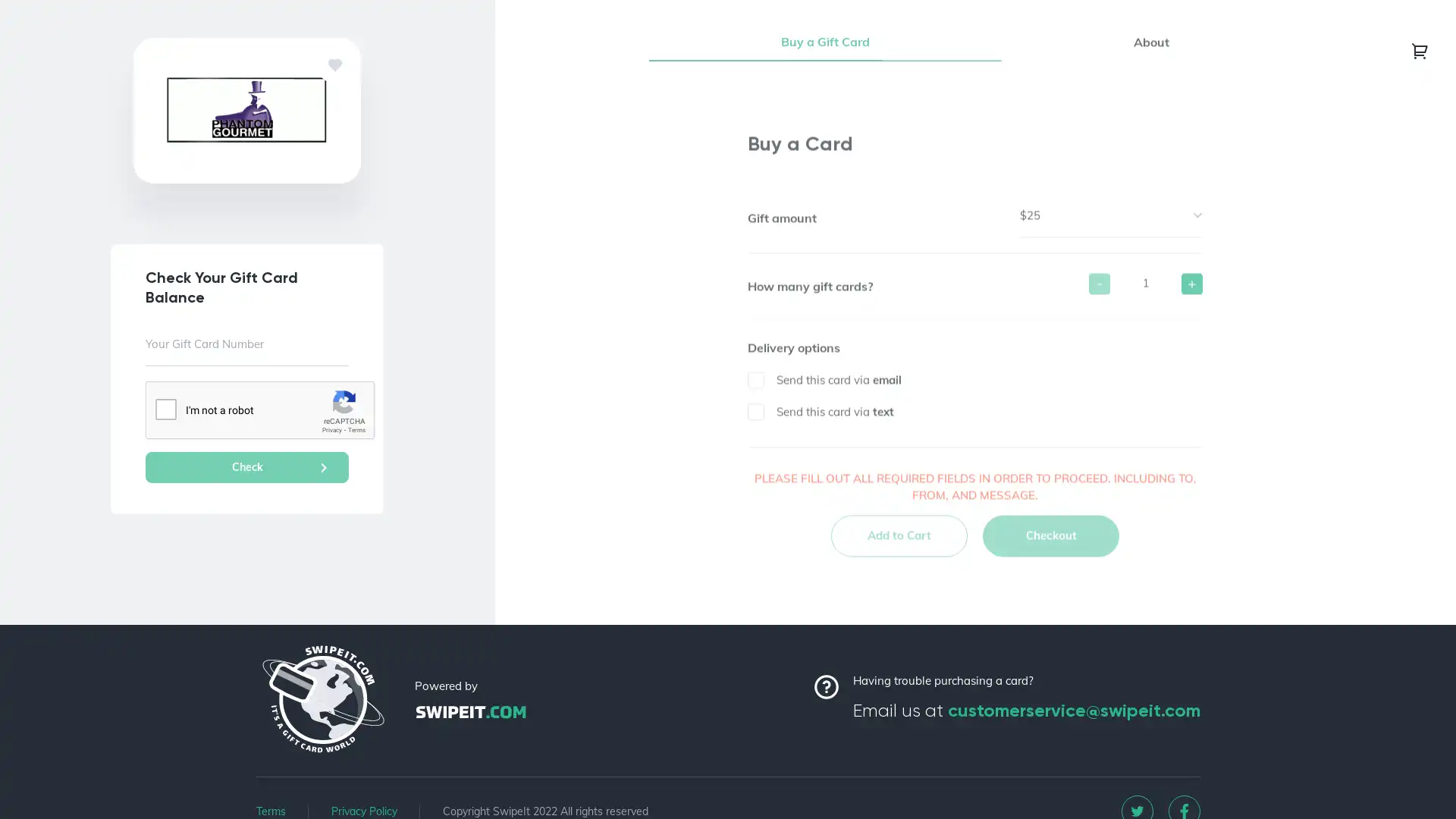 The height and width of the screenshot is (819, 1456). I want to click on Toggle navigation, so click(1419, 49).